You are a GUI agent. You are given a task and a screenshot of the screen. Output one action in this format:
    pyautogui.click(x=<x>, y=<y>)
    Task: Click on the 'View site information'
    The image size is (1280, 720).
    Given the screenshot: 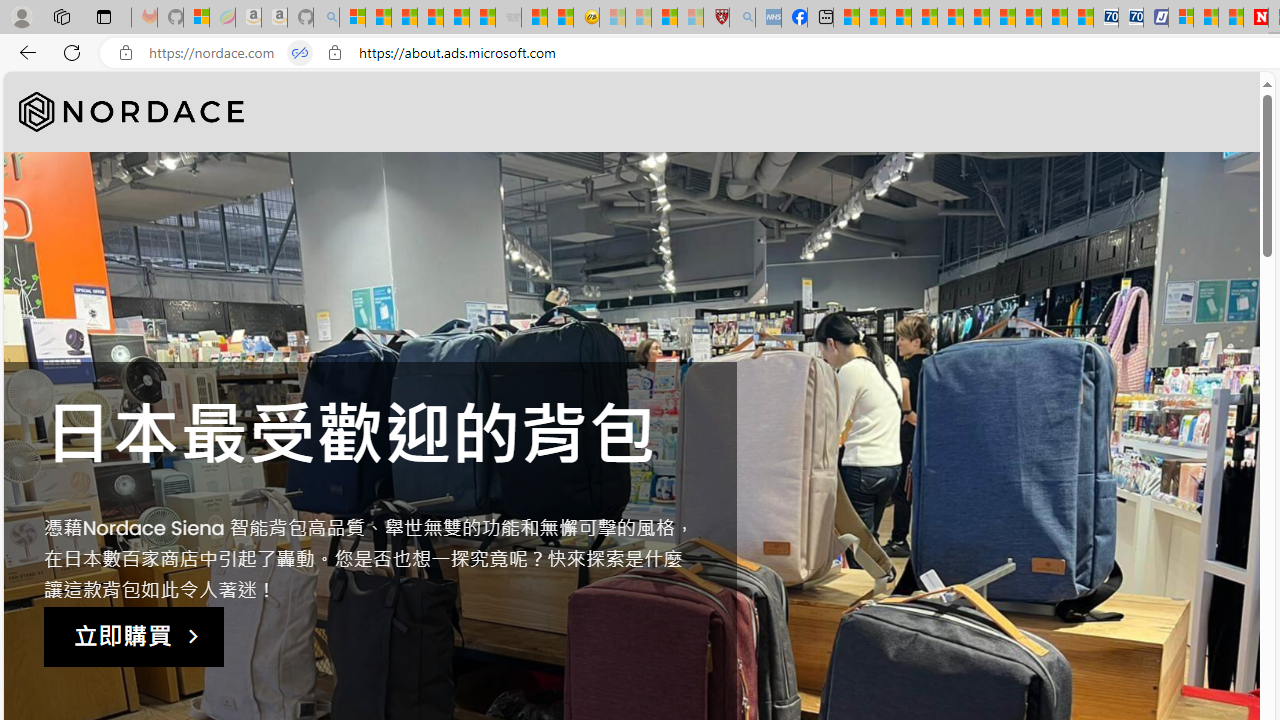 What is the action you would take?
    pyautogui.click(x=334, y=52)
    